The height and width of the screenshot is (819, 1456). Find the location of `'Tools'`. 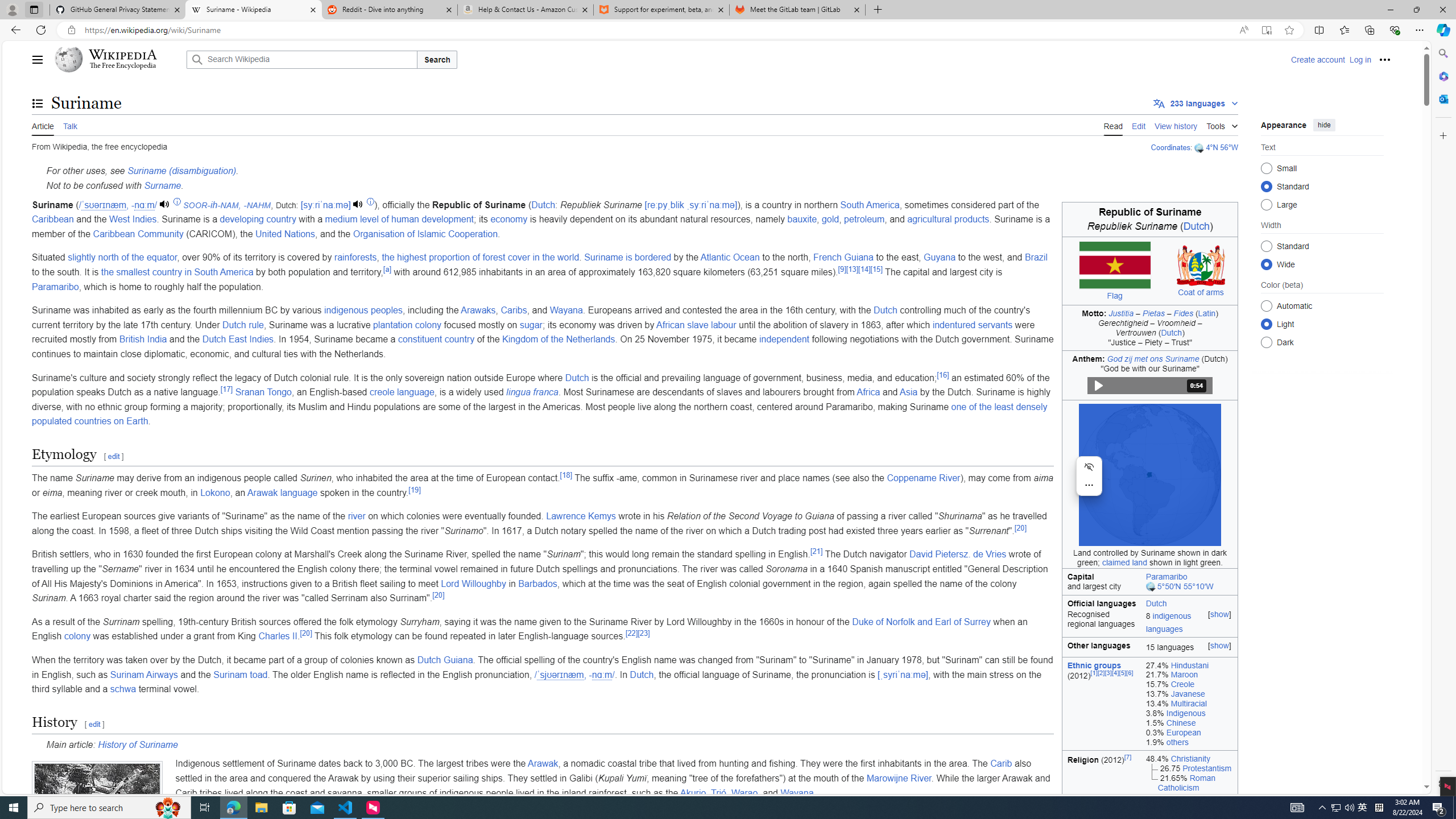

'Tools' is located at coordinates (1222, 124).